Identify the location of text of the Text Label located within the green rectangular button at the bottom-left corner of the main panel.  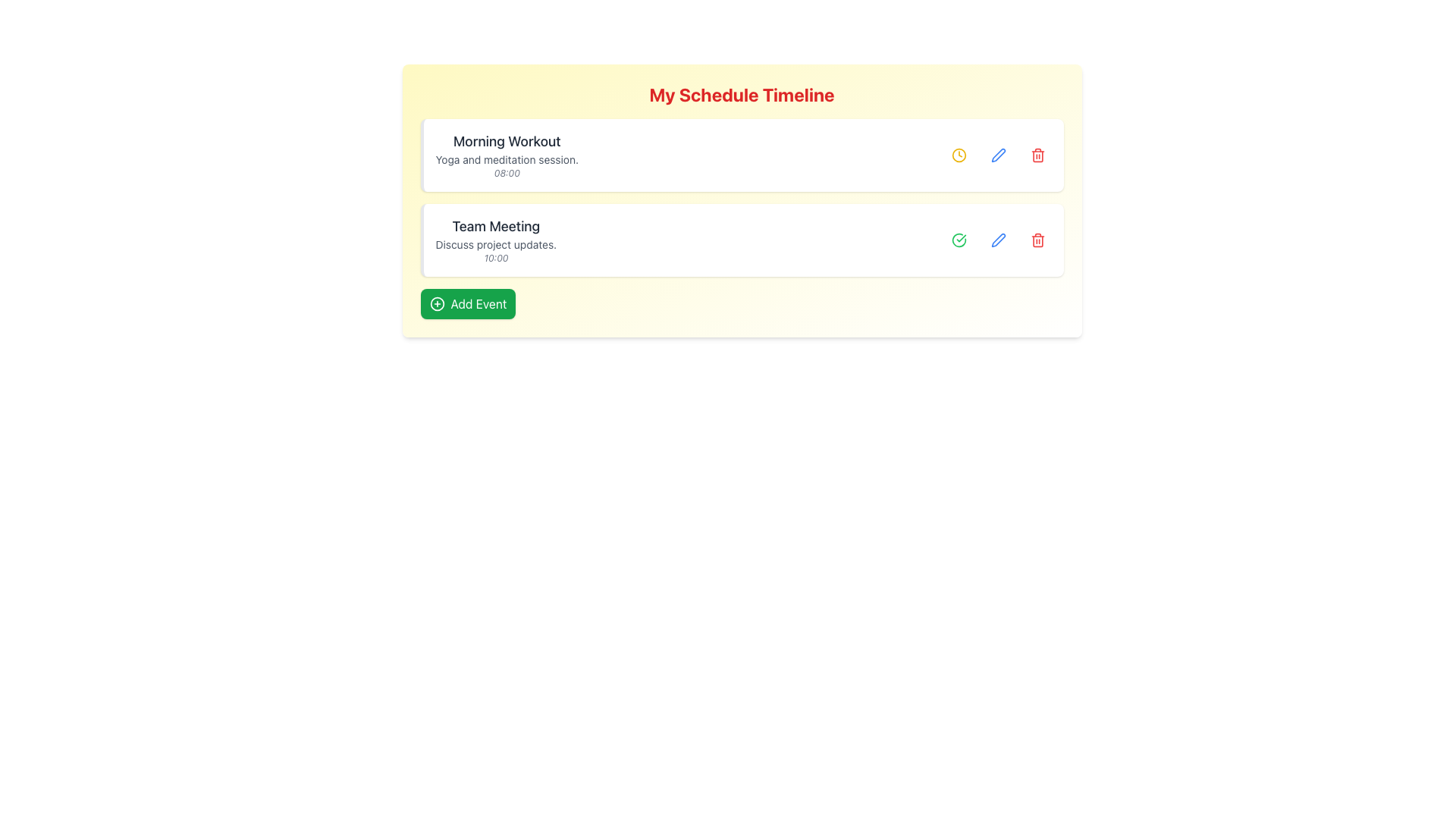
(478, 304).